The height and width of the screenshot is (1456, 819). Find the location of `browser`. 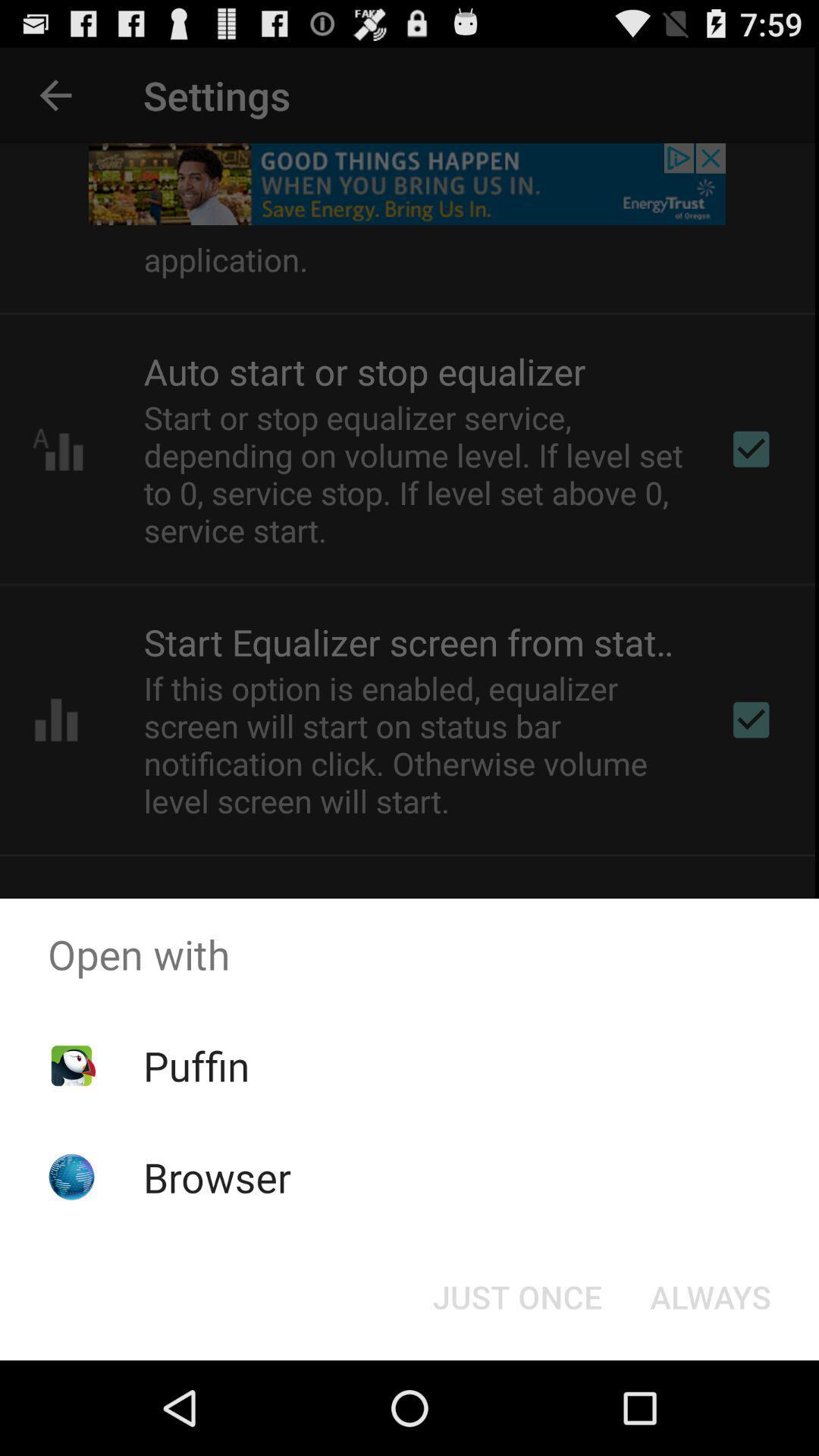

browser is located at coordinates (217, 1176).